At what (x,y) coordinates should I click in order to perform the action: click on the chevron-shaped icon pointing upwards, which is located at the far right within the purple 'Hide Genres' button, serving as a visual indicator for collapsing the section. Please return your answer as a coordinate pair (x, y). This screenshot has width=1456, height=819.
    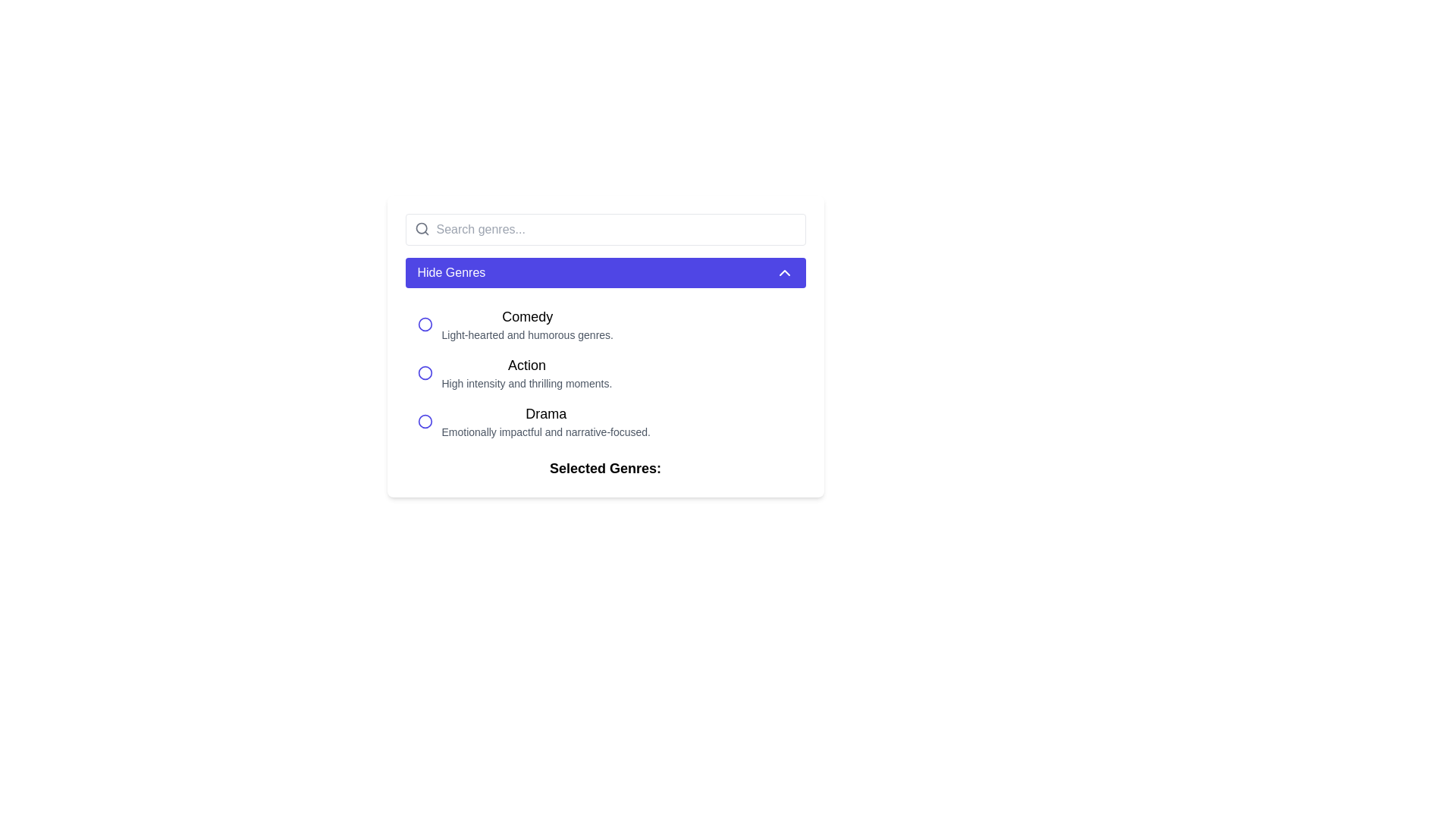
    Looking at the image, I should click on (784, 271).